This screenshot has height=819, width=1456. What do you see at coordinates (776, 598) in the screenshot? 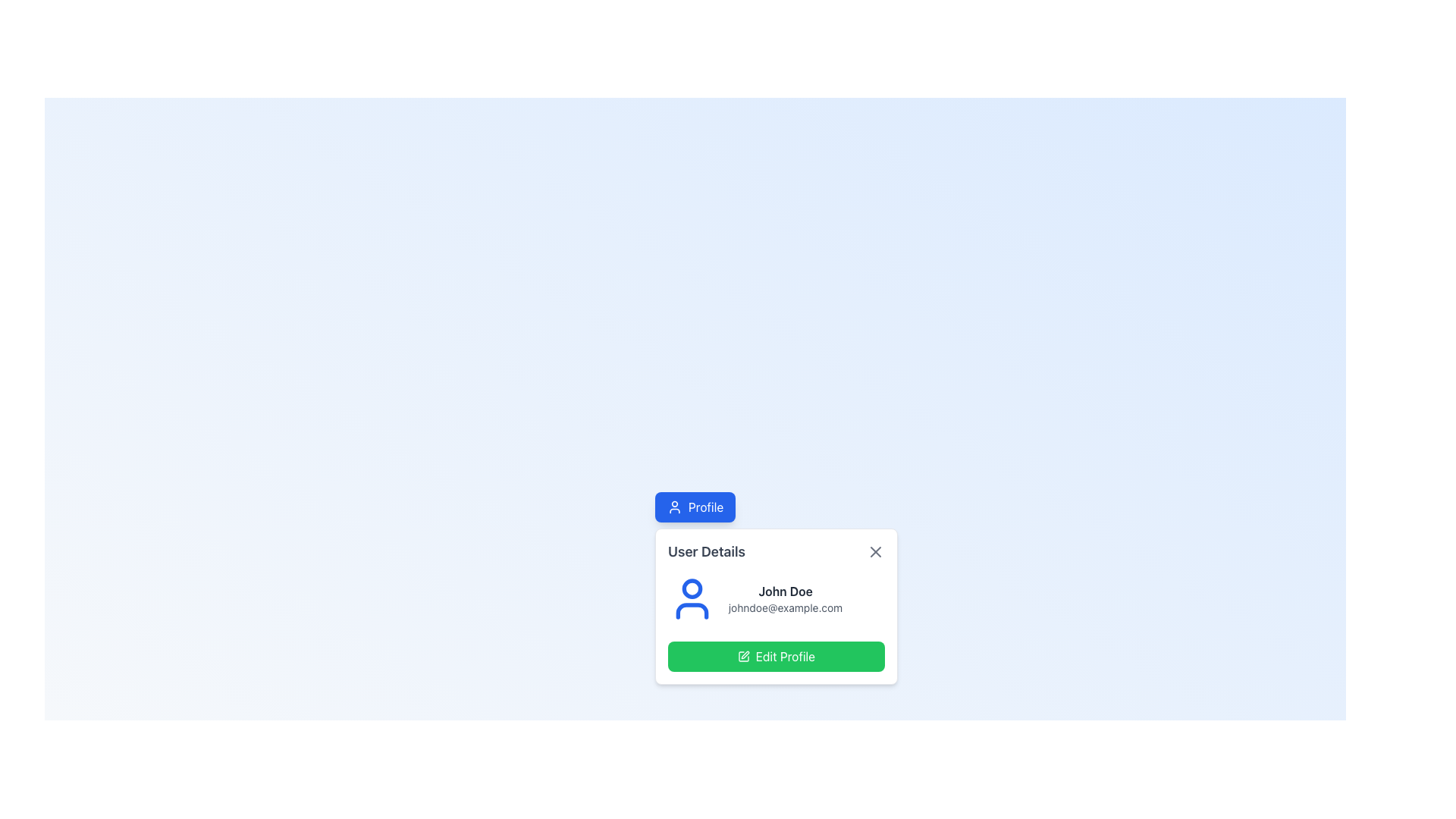
I see `the user information element displaying the user's name and email address in the 'User Details' modal, located above the 'Edit Profile' button` at bounding box center [776, 598].